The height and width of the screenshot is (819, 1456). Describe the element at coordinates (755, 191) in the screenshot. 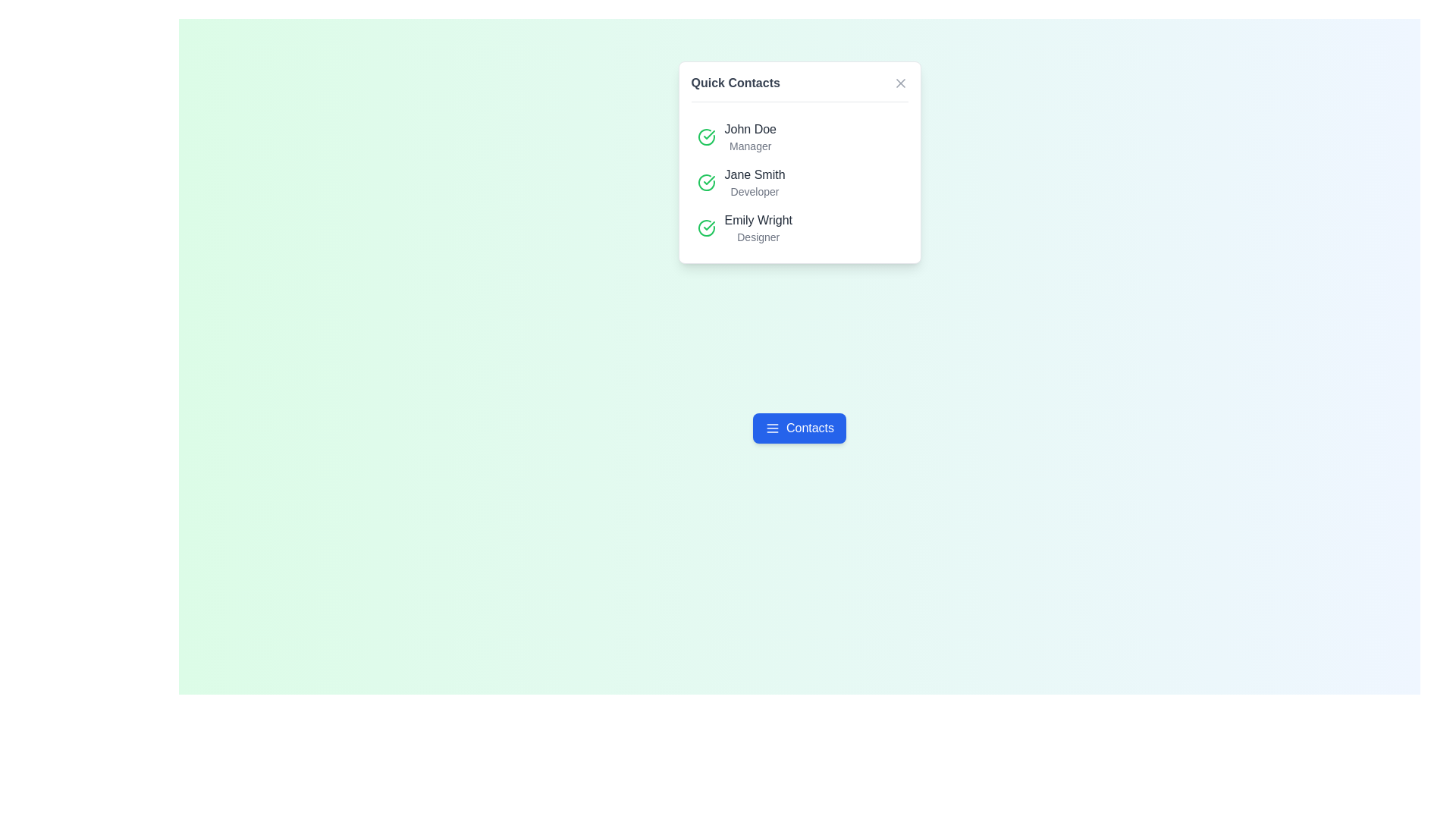

I see `the 'Developer' label located below 'Jane Smith' in the Quick Contacts list` at that location.